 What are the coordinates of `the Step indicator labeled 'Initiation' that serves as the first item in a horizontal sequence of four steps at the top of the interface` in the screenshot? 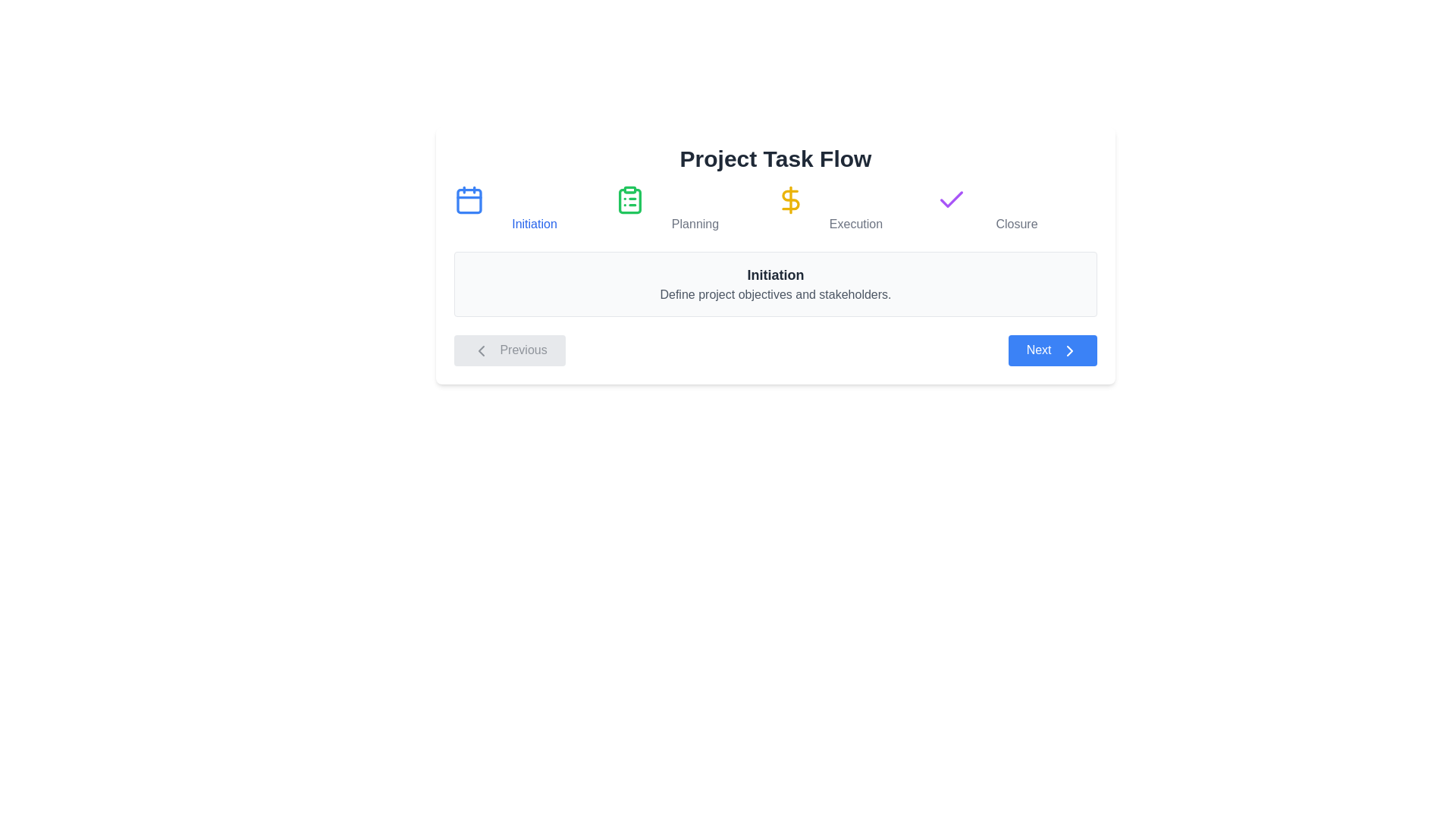 It's located at (535, 209).